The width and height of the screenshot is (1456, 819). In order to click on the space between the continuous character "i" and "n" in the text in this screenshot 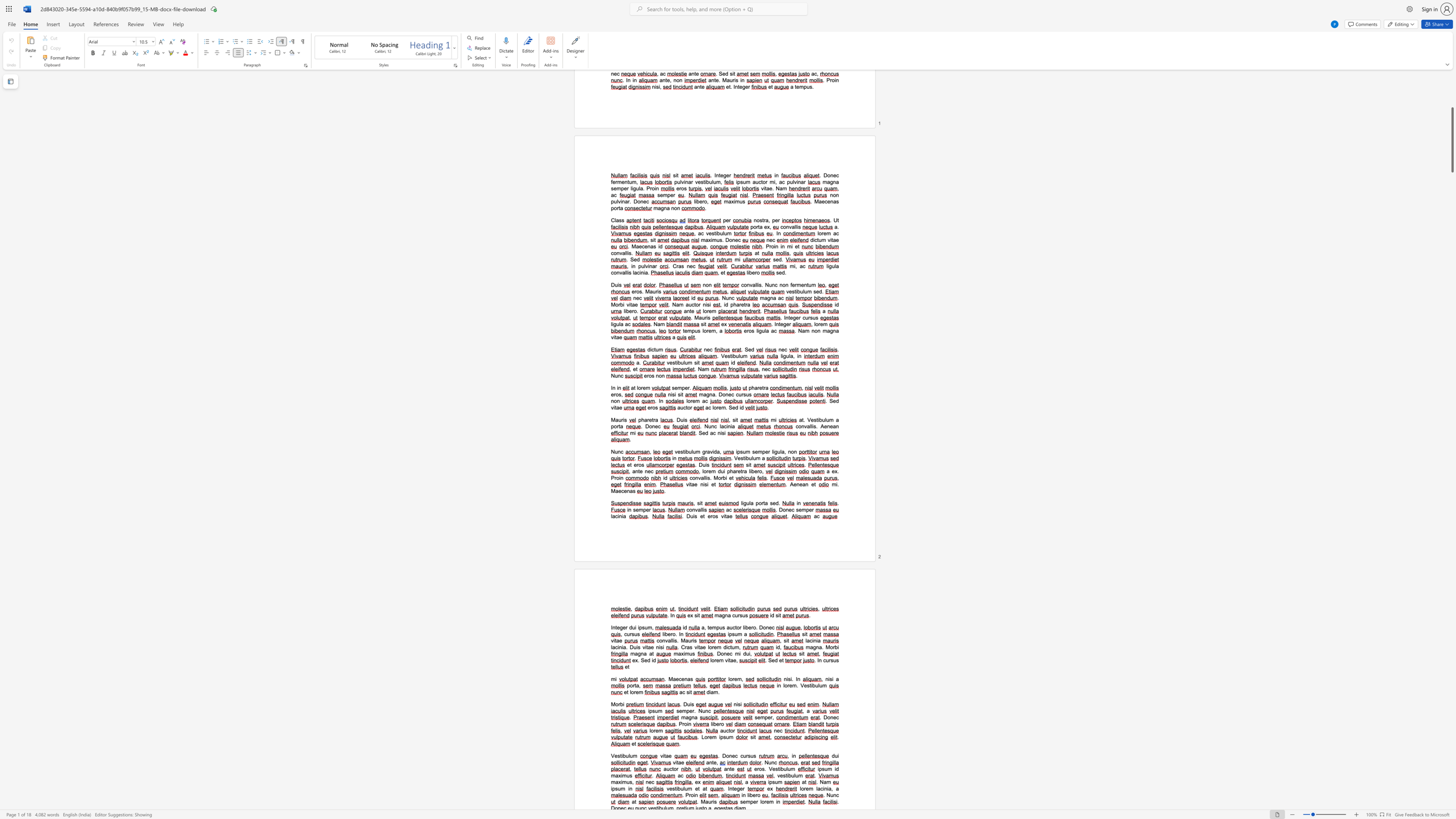, I will do `click(620, 478)`.